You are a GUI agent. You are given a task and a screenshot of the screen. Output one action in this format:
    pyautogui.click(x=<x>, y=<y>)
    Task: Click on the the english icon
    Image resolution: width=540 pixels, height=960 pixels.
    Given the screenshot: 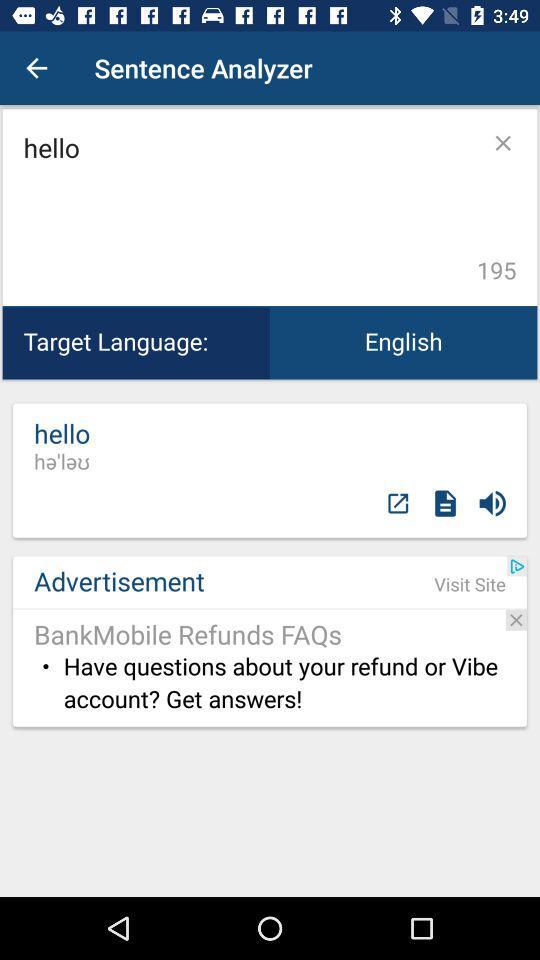 What is the action you would take?
    pyautogui.click(x=403, y=342)
    